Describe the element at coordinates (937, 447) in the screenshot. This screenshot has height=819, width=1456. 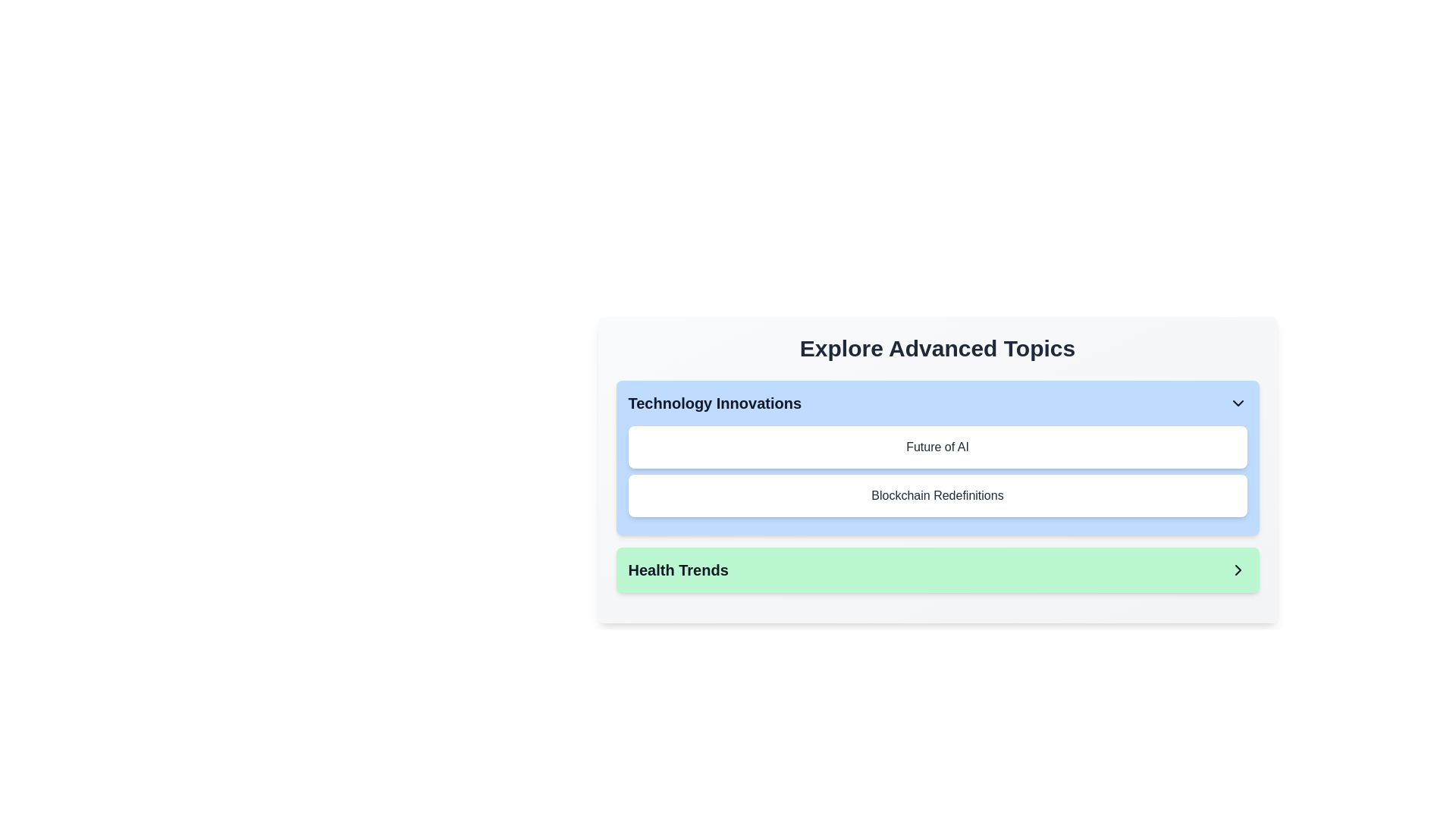
I see `the first interactive card in the 'Technology Innovations' section` at that location.